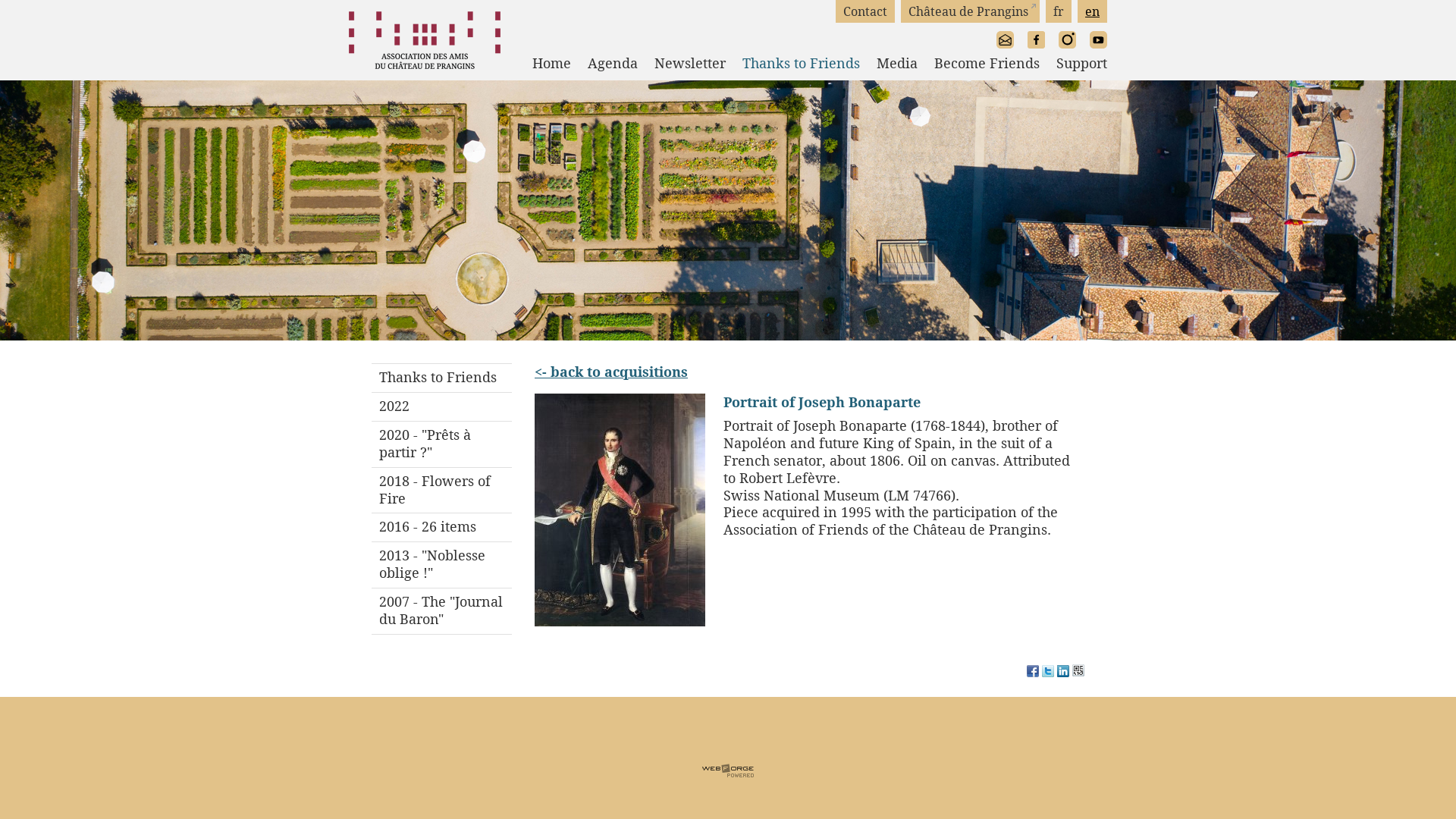  Describe the element at coordinates (865, 11) in the screenshot. I see `'Contact'` at that location.